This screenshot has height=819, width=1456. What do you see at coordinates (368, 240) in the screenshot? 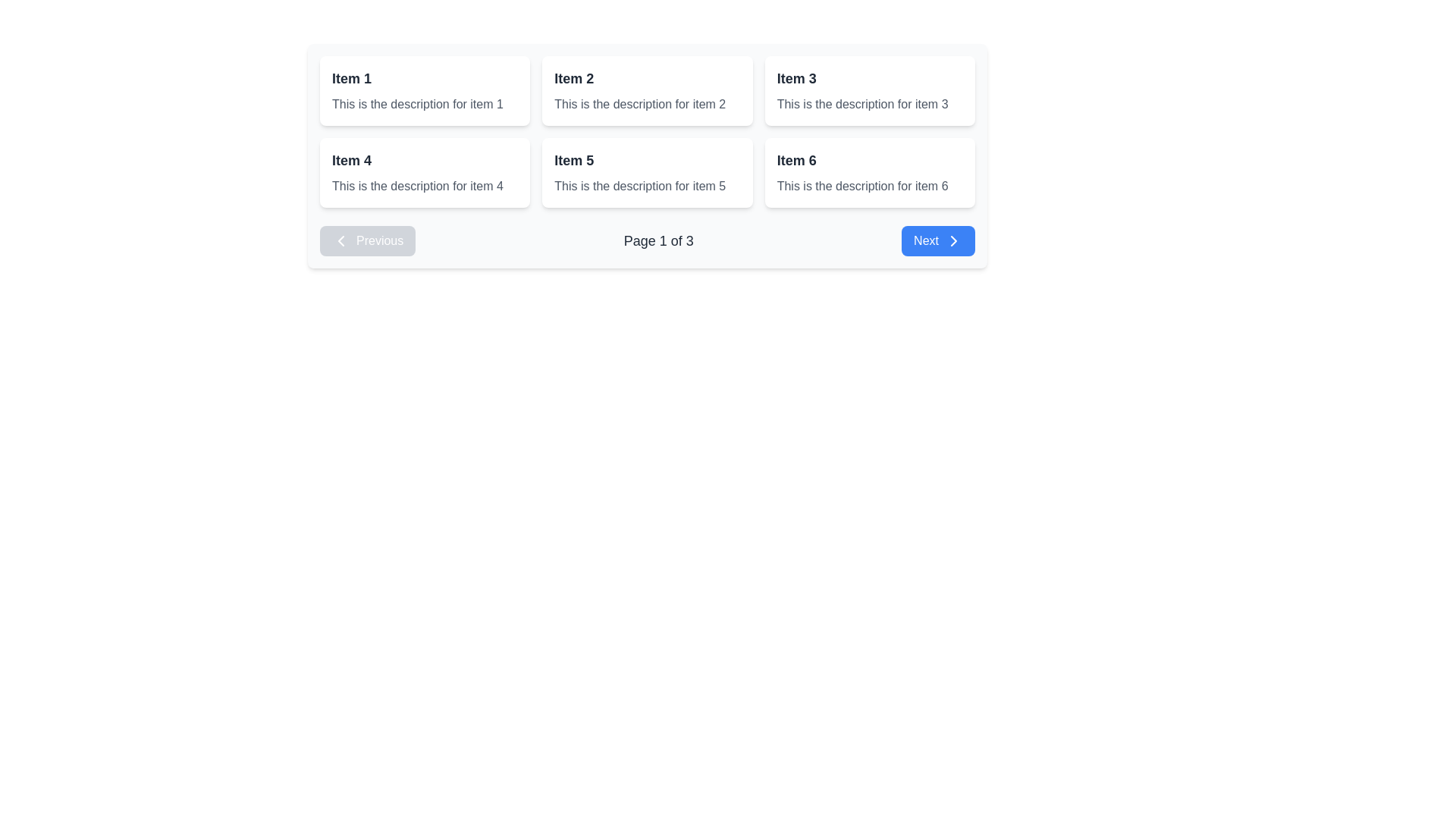
I see `the 'Previous' button located at the bottom left of the pagination controls` at bounding box center [368, 240].